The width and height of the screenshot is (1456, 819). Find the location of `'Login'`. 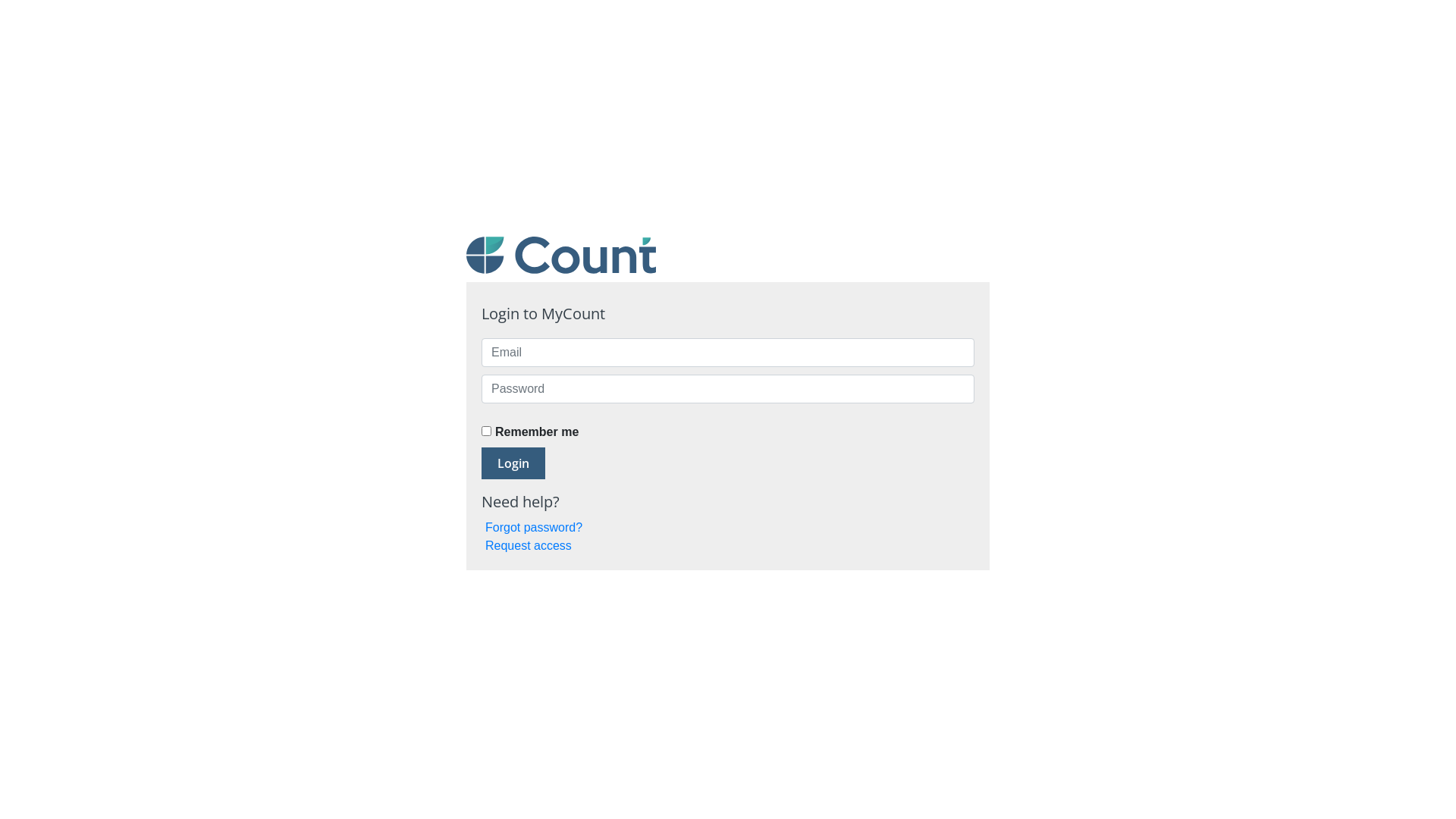

'Login' is located at coordinates (513, 462).